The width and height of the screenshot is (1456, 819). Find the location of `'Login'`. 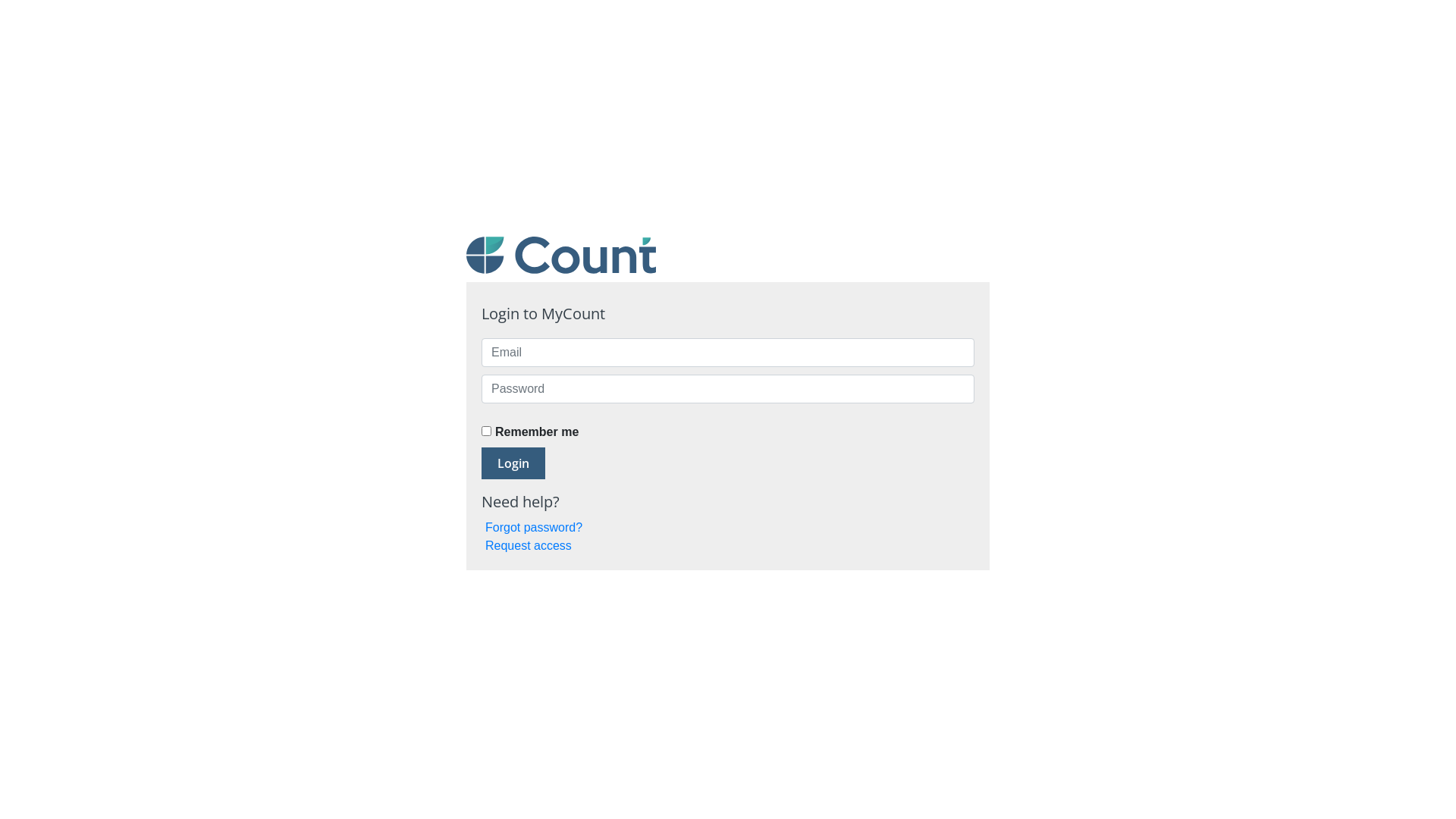

'Login' is located at coordinates (513, 462).